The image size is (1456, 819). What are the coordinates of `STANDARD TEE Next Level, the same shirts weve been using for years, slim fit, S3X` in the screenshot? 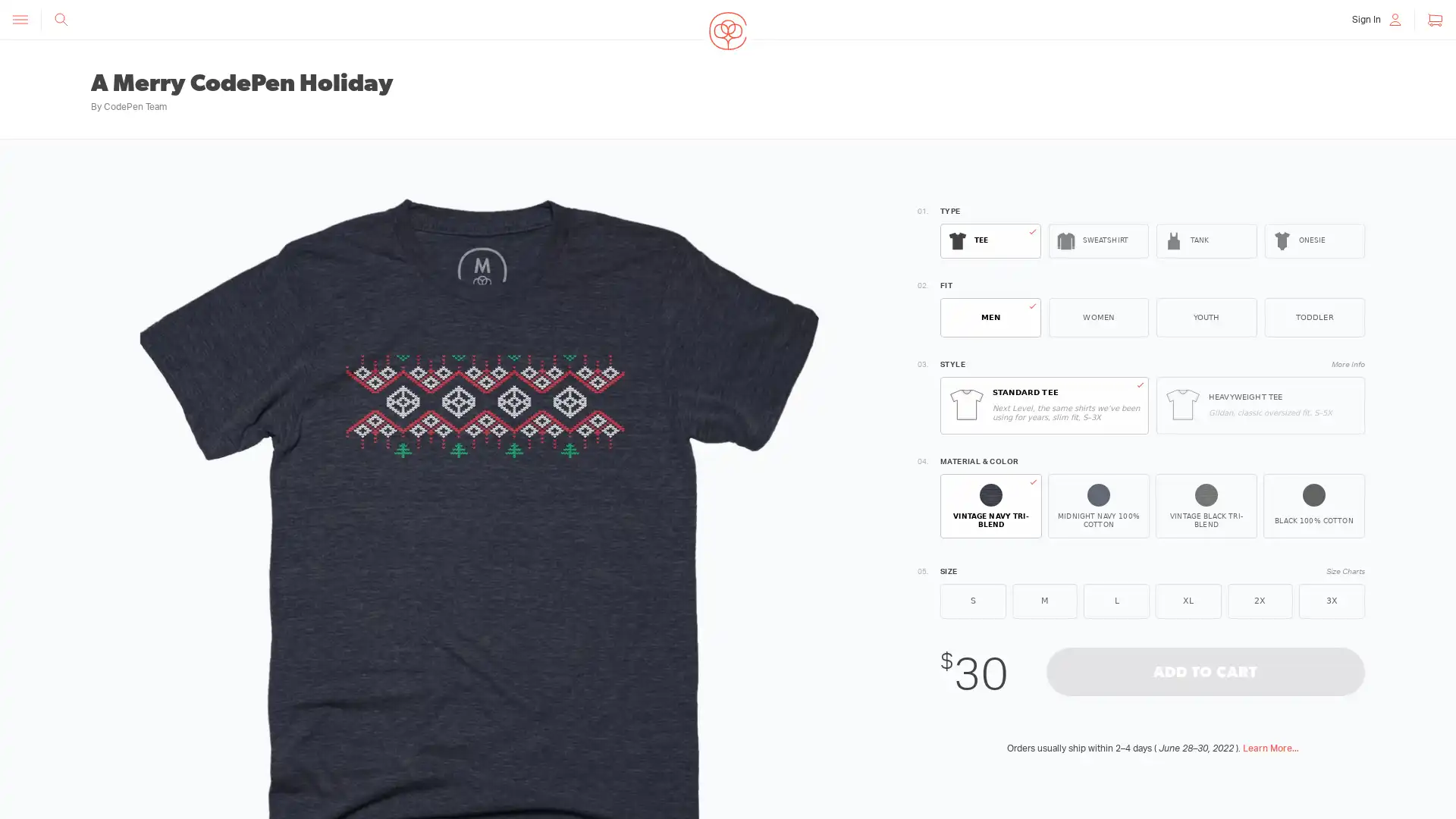 It's located at (1043, 405).